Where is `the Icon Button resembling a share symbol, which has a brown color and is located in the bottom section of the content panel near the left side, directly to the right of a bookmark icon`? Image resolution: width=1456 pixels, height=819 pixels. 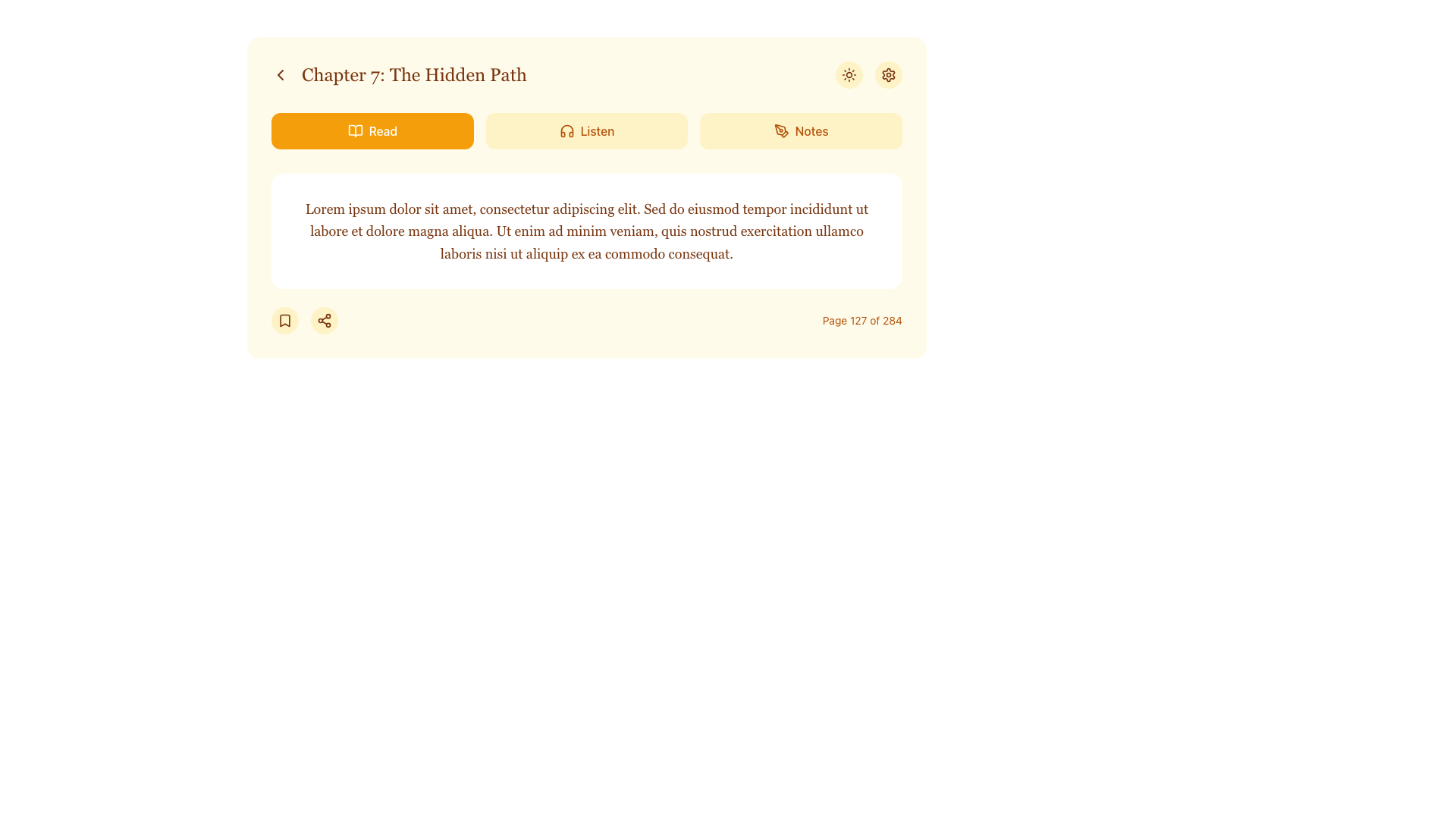
the Icon Button resembling a share symbol, which has a brown color and is located in the bottom section of the content panel near the left side, directly to the right of a bookmark icon is located at coordinates (323, 318).